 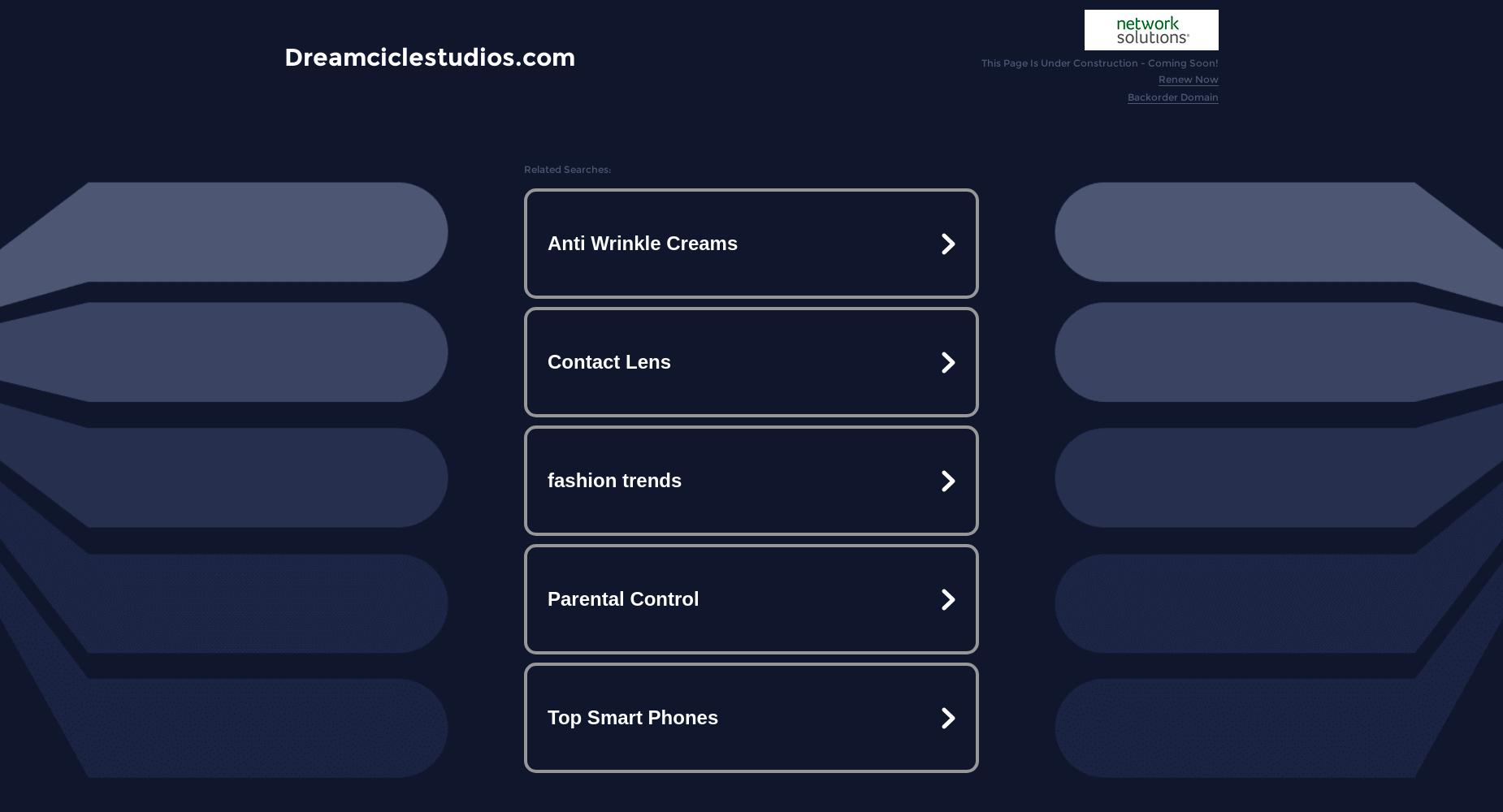 I want to click on 'Contact Lens', so click(x=547, y=361).